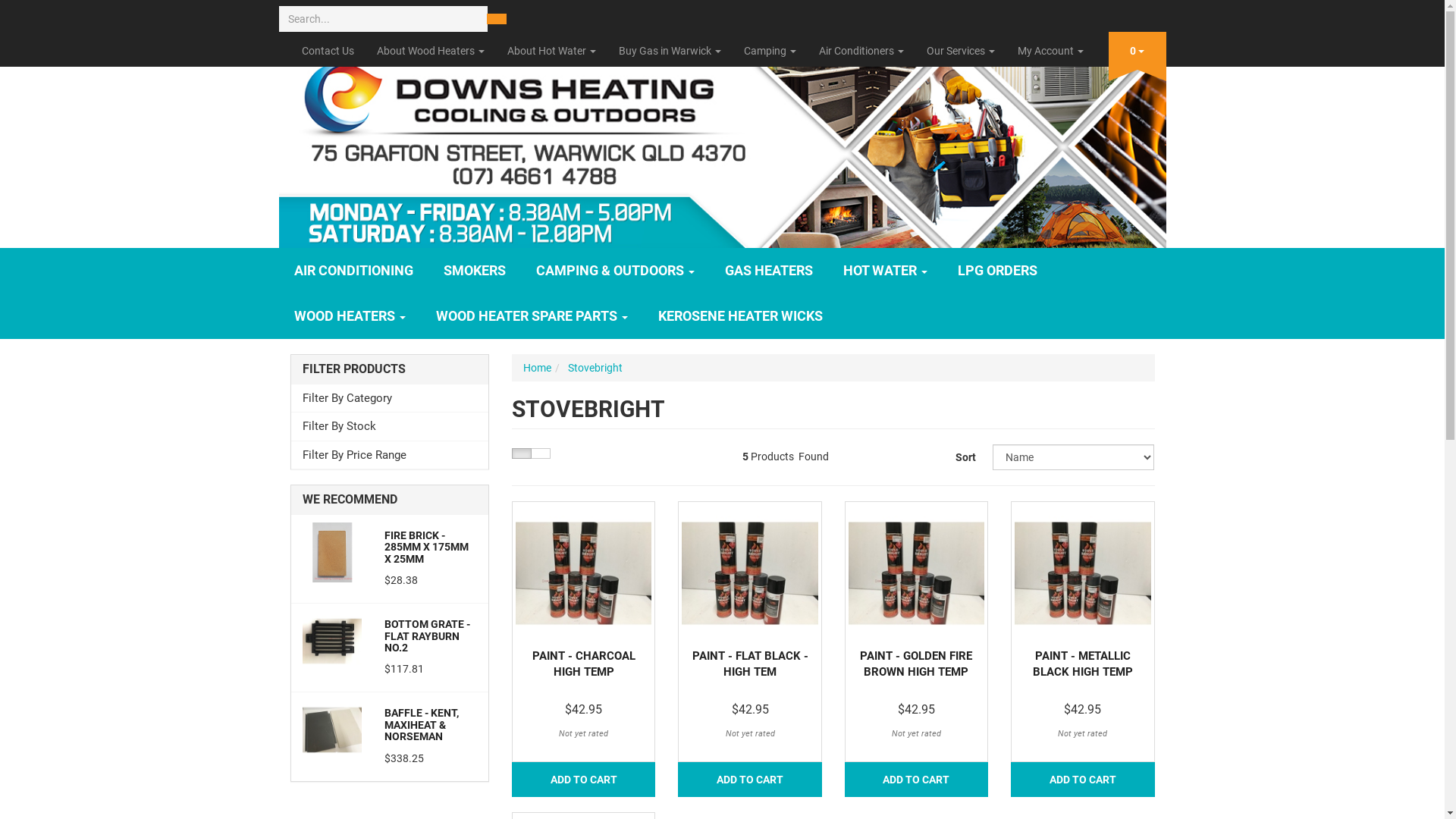 The height and width of the screenshot is (819, 1456). What do you see at coordinates (551, 49) in the screenshot?
I see `'About Hot Water'` at bounding box center [551, 49].